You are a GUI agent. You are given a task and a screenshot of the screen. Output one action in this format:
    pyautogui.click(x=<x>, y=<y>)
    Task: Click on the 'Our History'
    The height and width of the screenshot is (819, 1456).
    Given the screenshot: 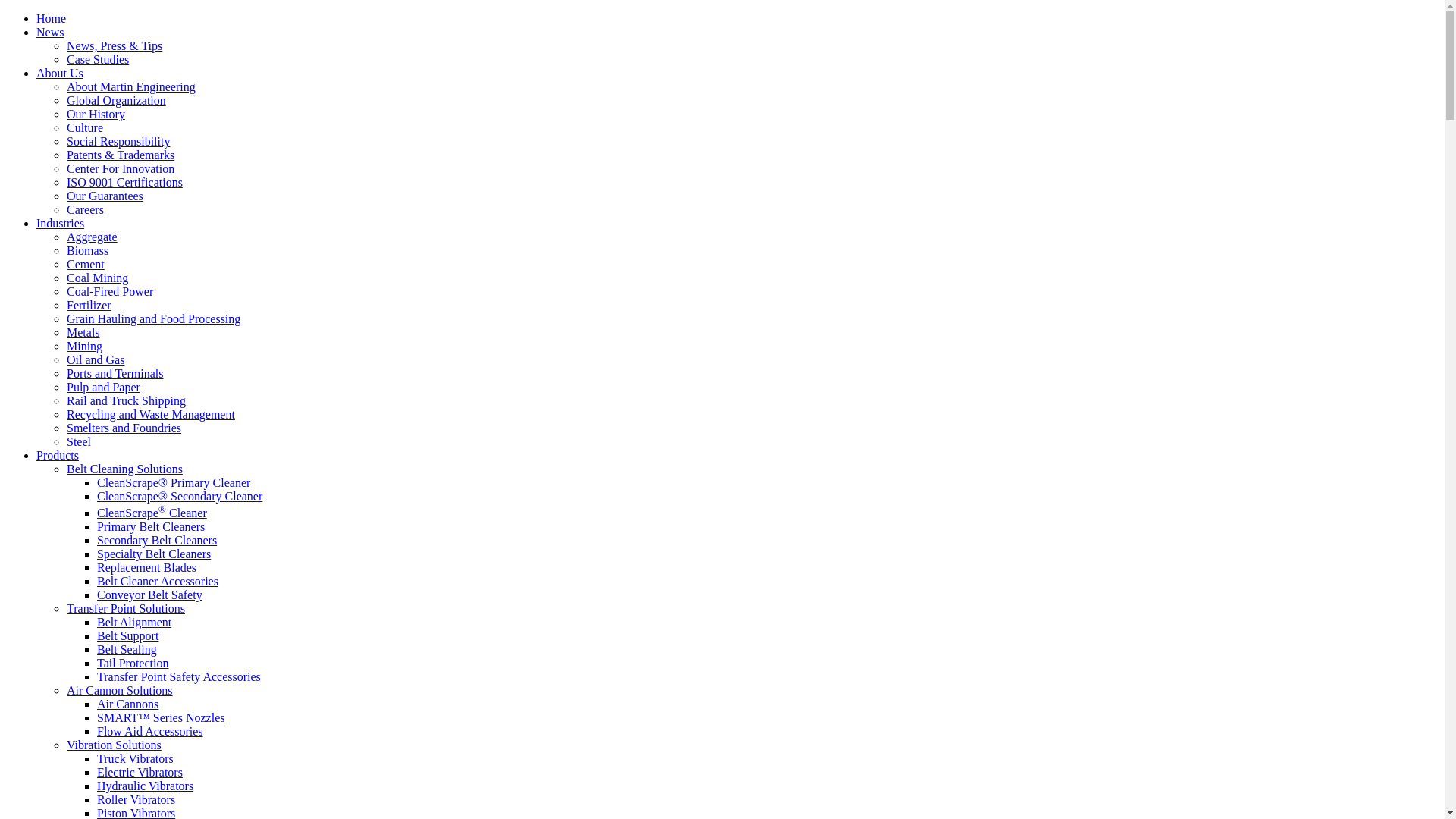 What is the action you would take?
    pyautogui.click(x=65, y=113)
    